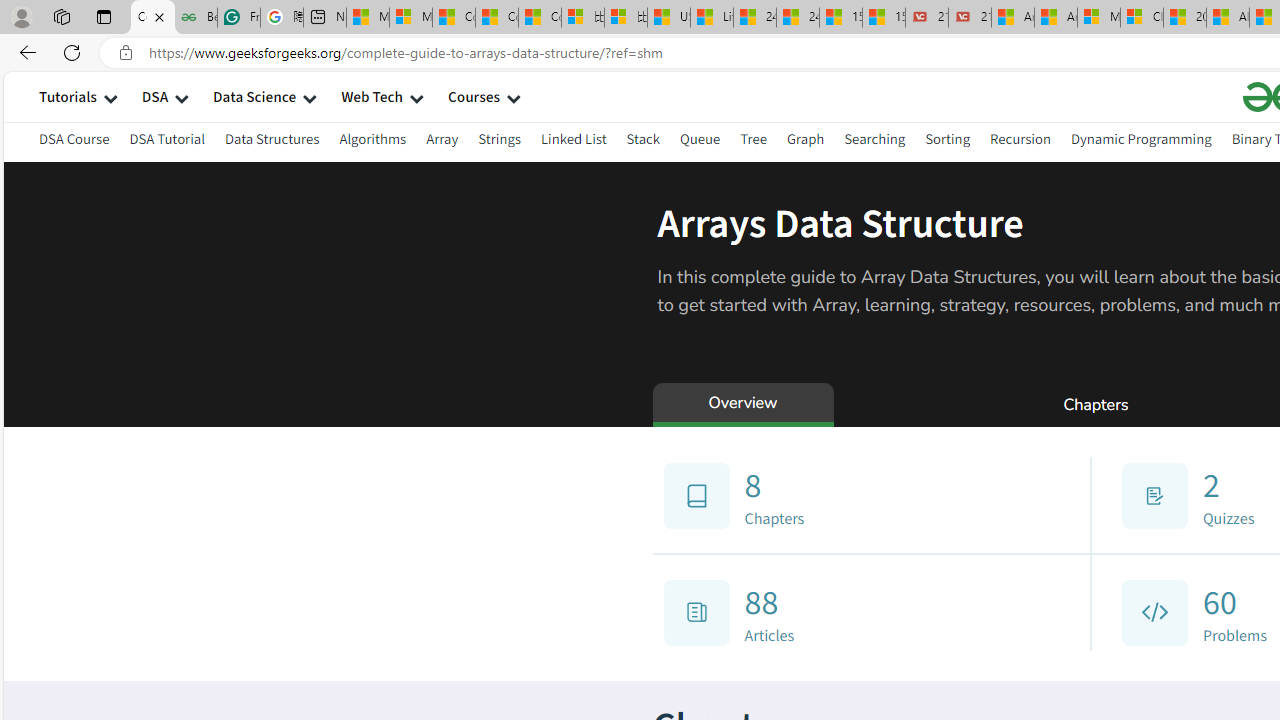 Image resolution: width=1280 pixels, height=720 pixels. What do you see at coordinates (969, 17) in the screenshot?
I see `'21 Movies That Outdid the Books They Were Based On'` at bounding box center [969, 17].